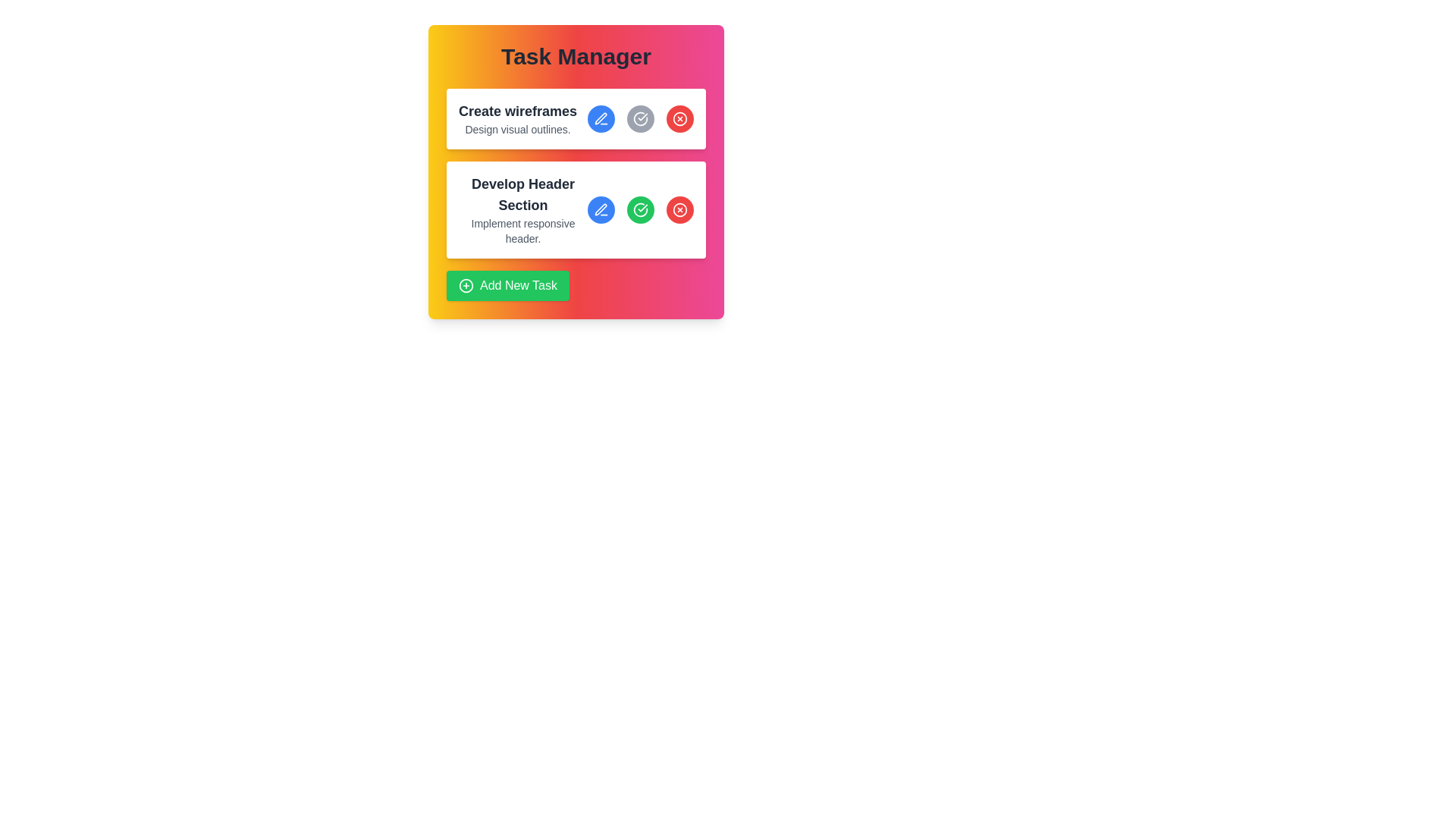 This screenshot has width=1456, height=819. Describe the element at coordinates (640, 210) in the screenshot. I see `the circular green button with a white checkmark symbol to mark the task as complete, located in the second row of the task list interface next to the text 'Develop Header Section'` at that location.